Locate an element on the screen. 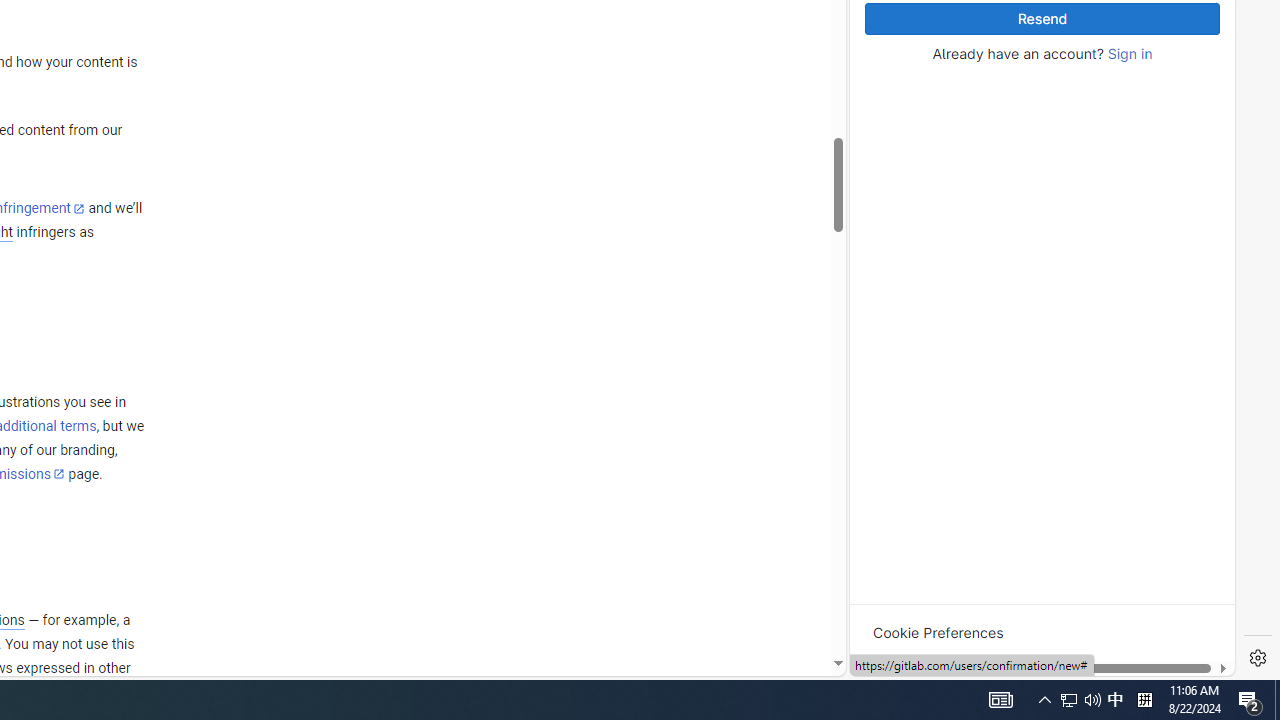 Image resolution: width=1280 pixels, height=720 pixels. 'Resend' is located at coordinates (1041, 19).